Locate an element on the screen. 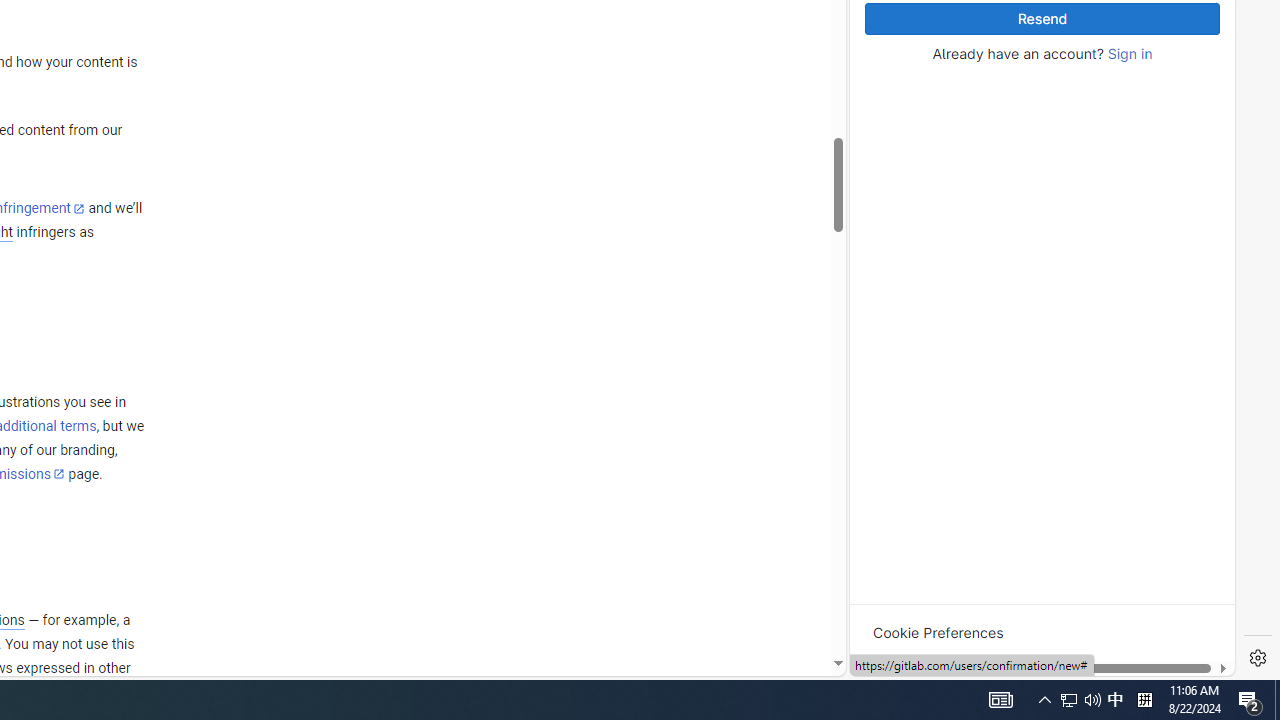 Image resolution: width=1280 pixels, height=720 pixels. 'Resend' is located at coordinates (1041, 19).